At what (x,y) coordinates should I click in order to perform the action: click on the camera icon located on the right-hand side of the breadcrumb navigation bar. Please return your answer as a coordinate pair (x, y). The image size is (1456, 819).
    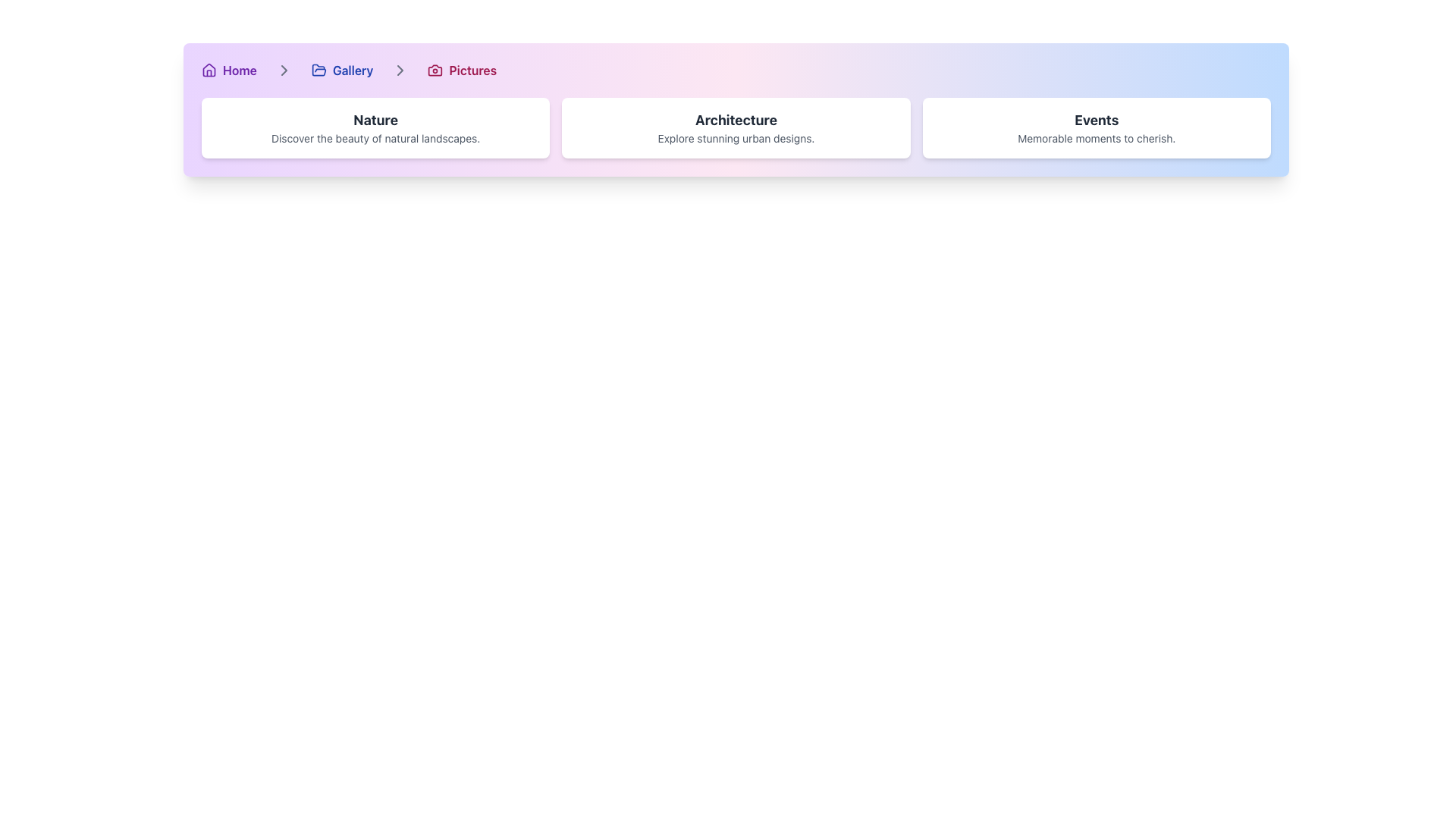
    Looking at the image, I should click on (435, 70).